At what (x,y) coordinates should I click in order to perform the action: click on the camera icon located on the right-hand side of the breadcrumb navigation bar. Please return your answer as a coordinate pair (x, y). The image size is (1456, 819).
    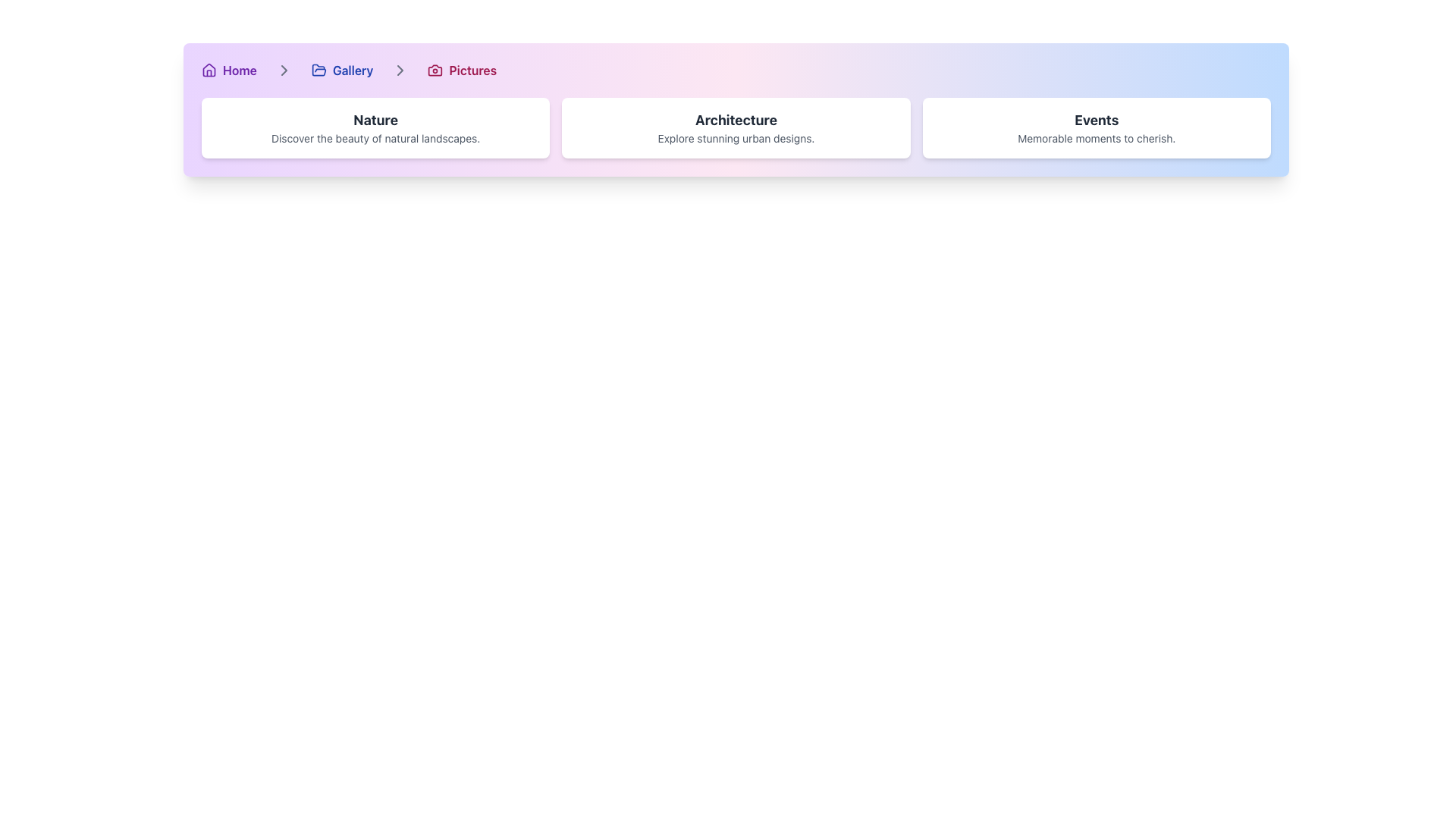
    Looking at the image, I should click on (435, 70).